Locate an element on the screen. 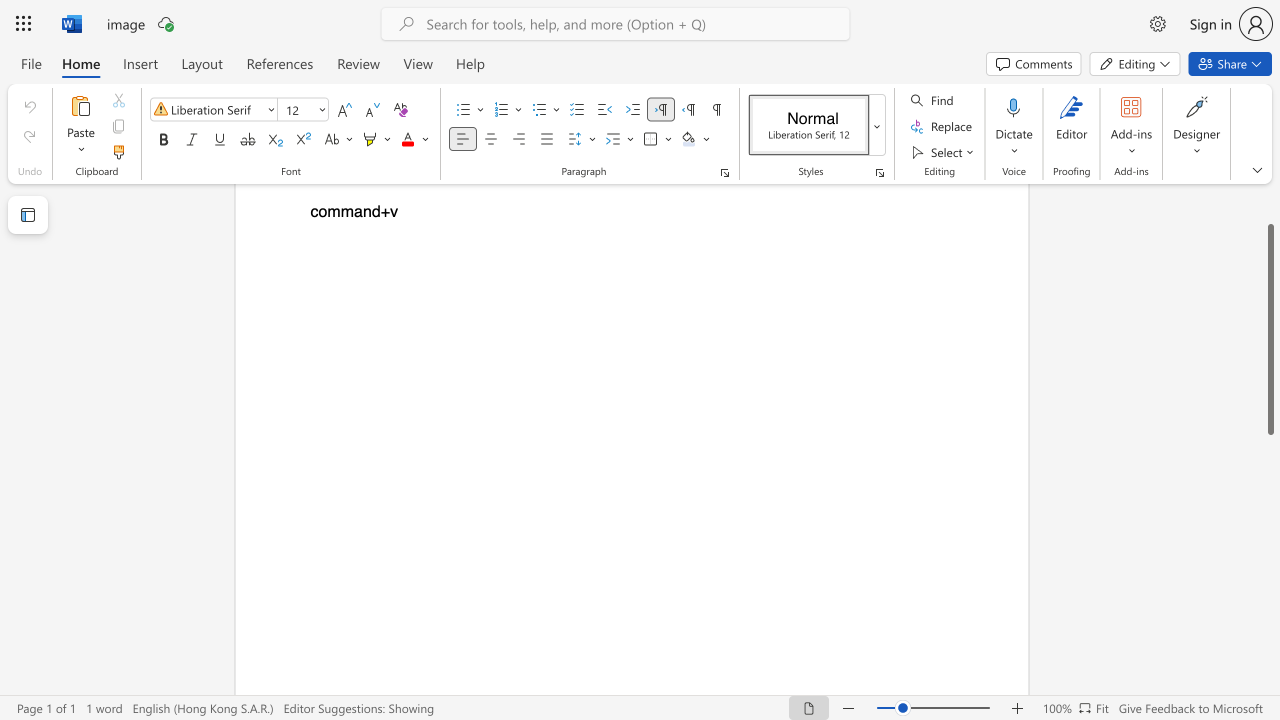 The height and width of the screenshot is (720, 1280). the scrollbar and move up 20 pixels is located at coordinates (1269, 328).